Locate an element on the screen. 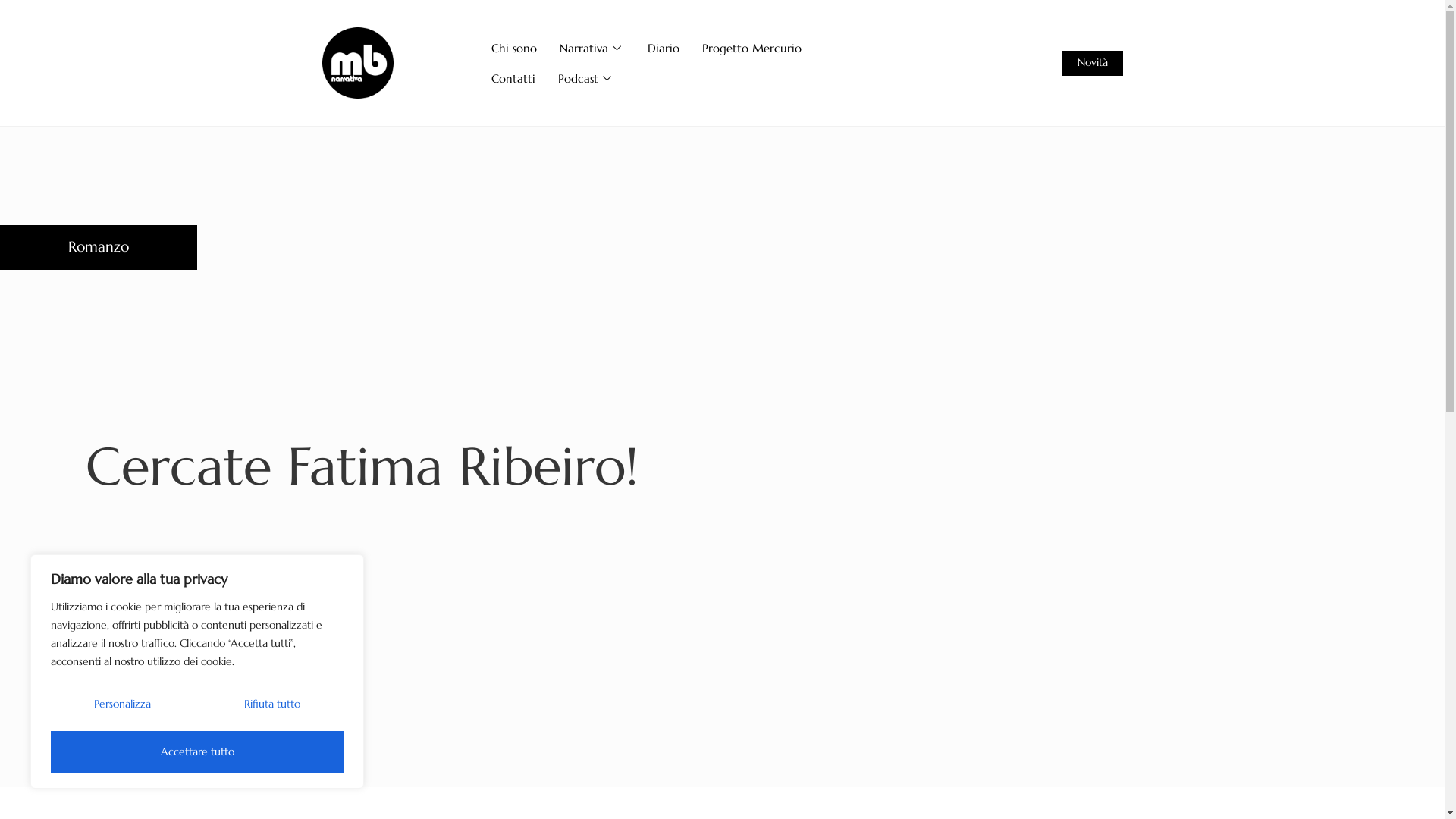  'Rifiuta tutto' is located at coordinates (271, 703).